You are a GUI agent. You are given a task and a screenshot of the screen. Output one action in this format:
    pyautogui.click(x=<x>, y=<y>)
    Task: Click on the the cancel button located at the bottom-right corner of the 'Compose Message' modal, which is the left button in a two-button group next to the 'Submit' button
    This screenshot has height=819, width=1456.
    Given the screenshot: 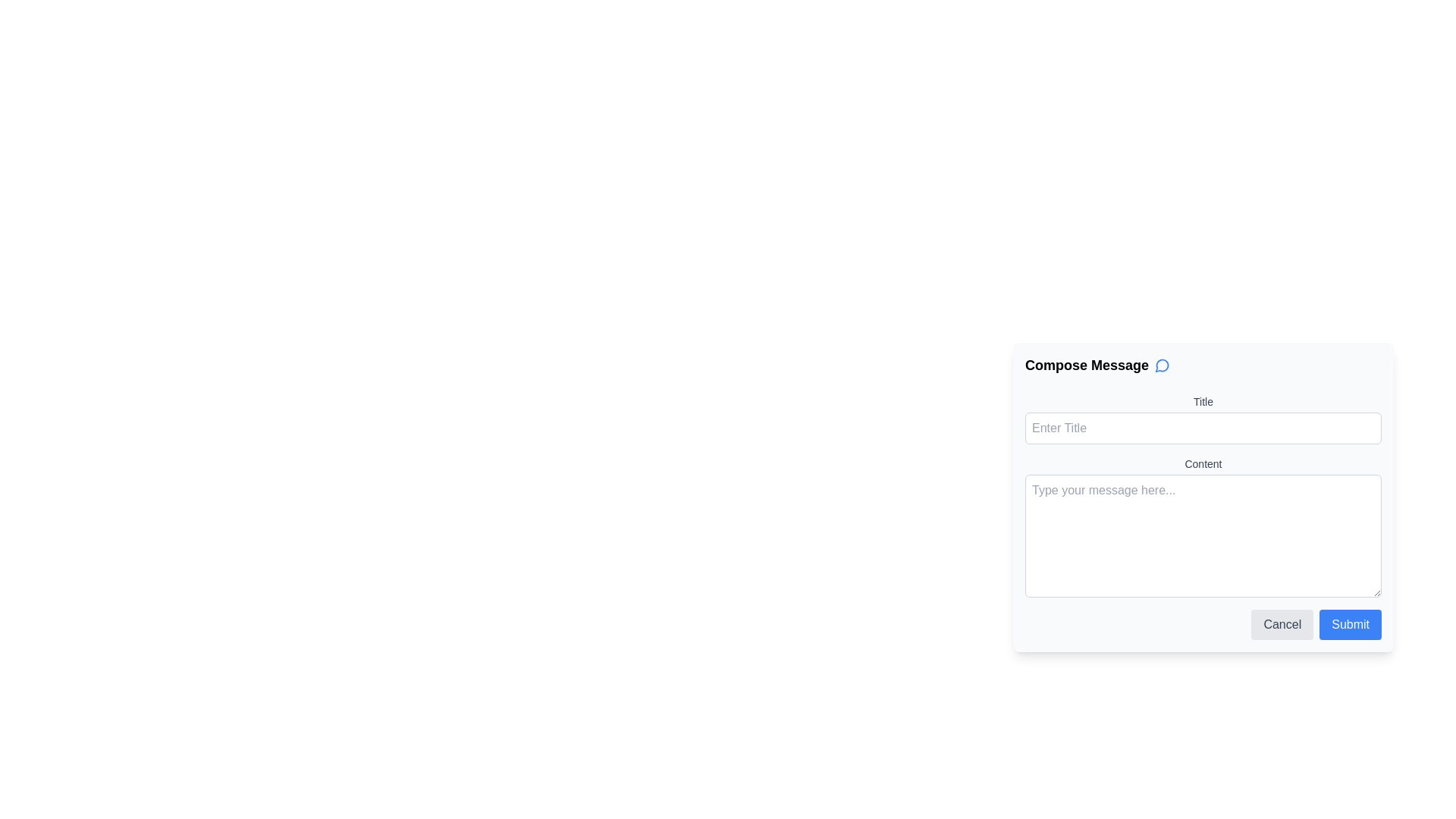 What is the action you would take?
    pyautogui.click(x=1282, y=625)
    